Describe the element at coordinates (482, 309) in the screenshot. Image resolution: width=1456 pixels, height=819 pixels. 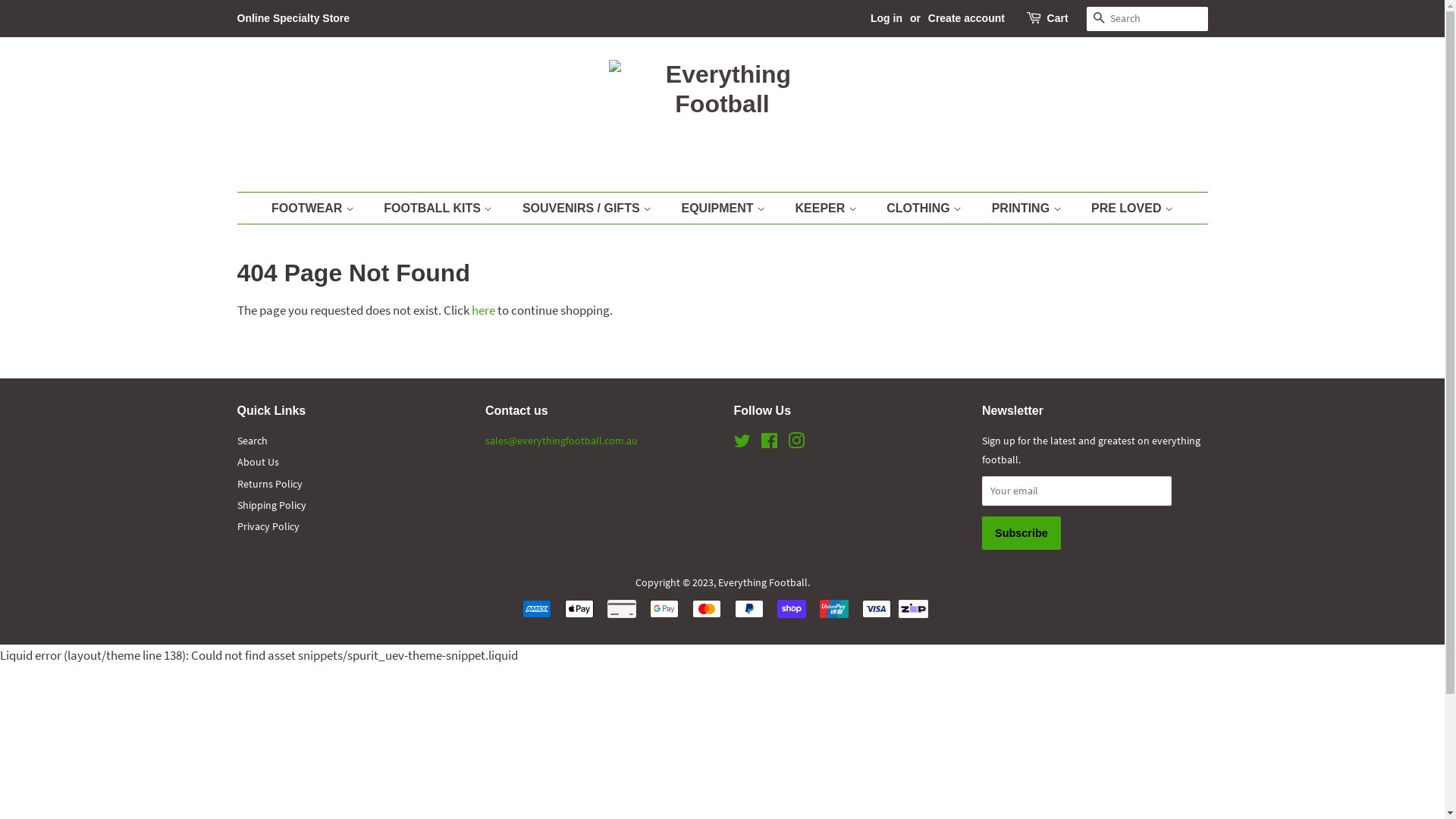
I see `'here'` at that location.